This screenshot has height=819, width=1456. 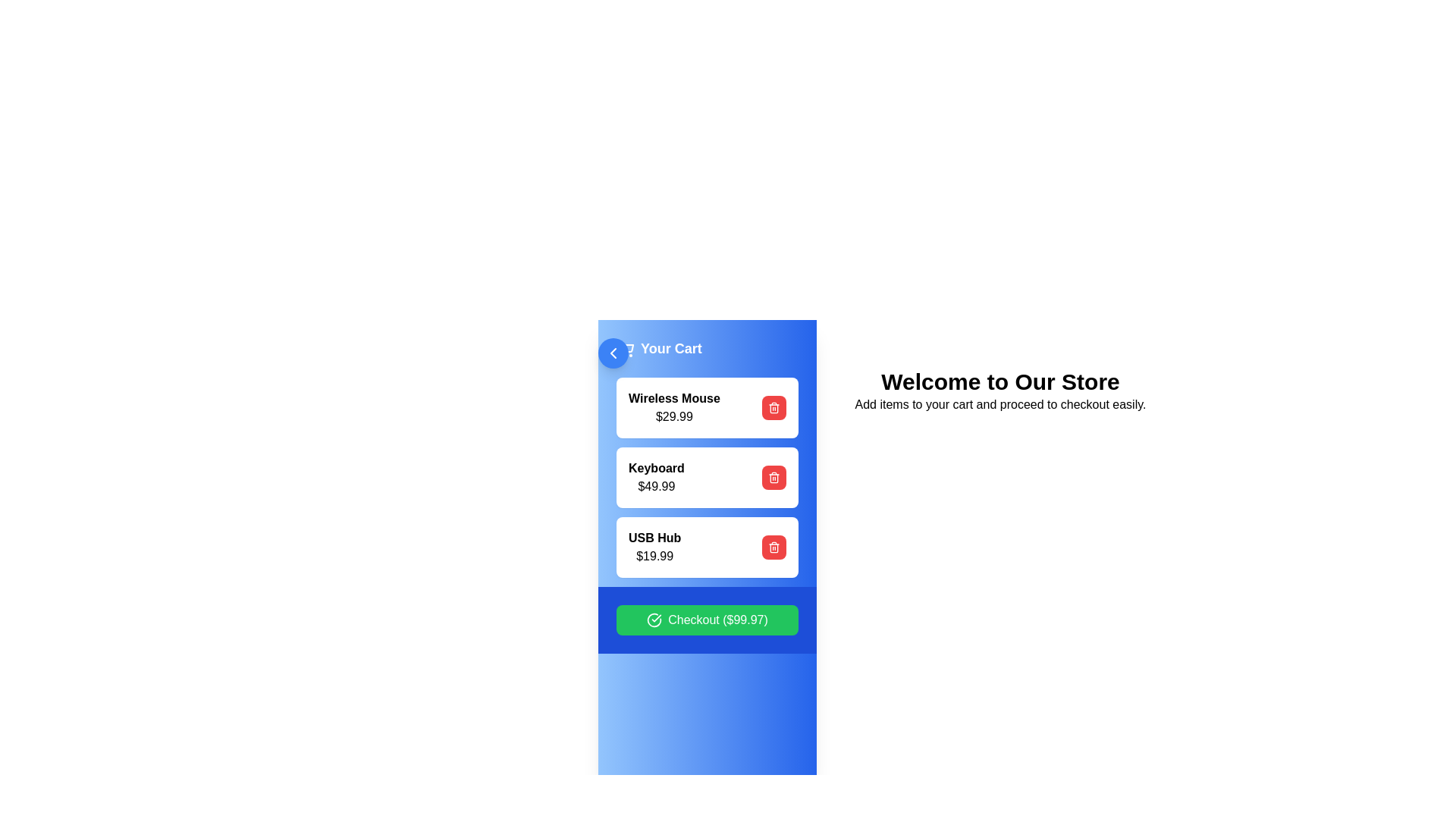 What do you see at coordinates (613, 353) in the screenshot?
I see `the 'Back' navigation button, which is a left-pointing chevron icon enclosed within a circular button with a blue background, located at the top-left area of the card layout` at bounding box center [613, 353].